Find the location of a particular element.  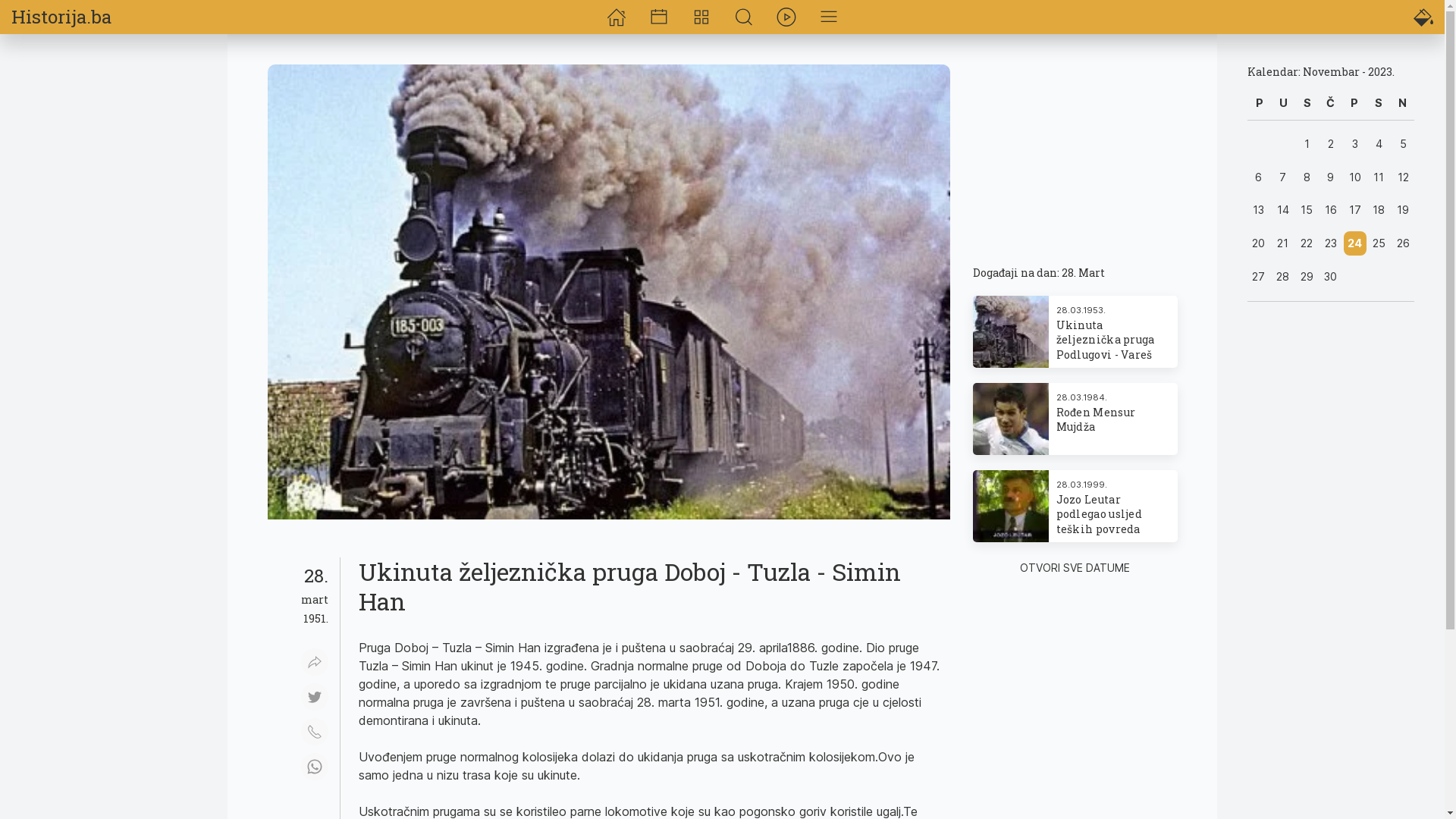

'6' is located at coordinates (1259, 177).